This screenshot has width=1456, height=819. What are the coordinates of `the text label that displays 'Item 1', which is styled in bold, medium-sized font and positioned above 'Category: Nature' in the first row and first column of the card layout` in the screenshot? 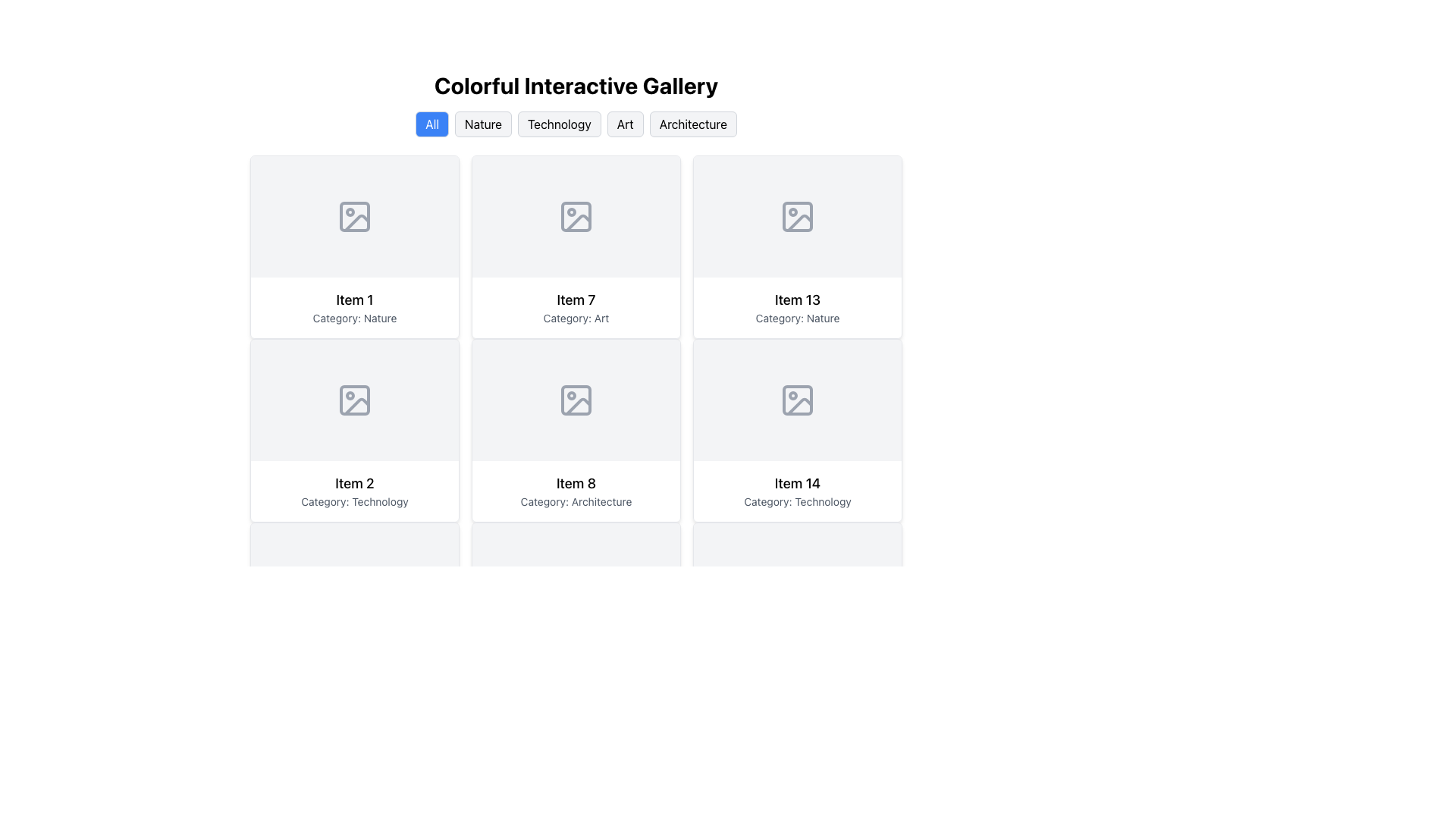 It's located at (353, 300).